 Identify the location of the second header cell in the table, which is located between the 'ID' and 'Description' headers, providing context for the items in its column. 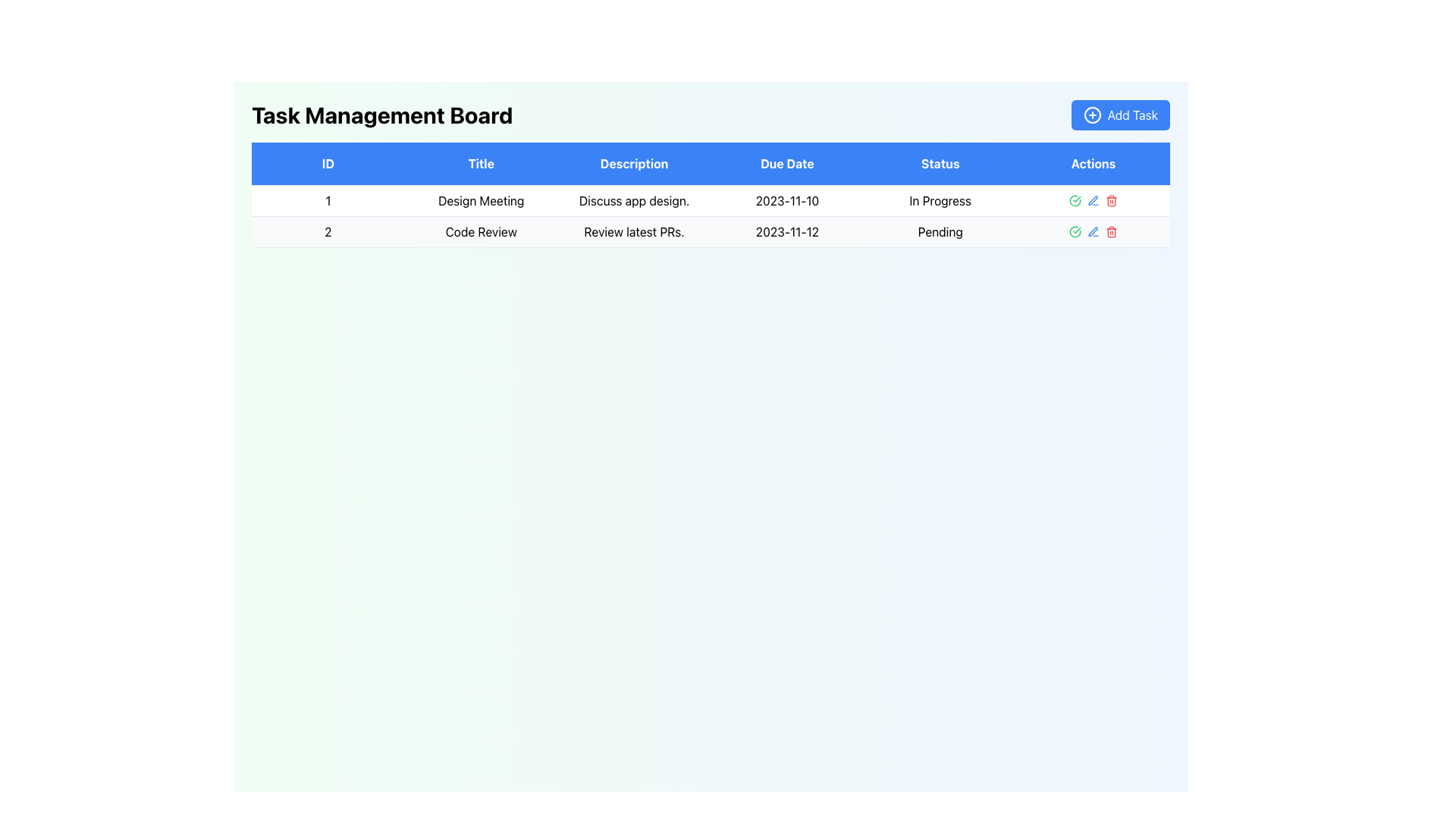
(480, 164).